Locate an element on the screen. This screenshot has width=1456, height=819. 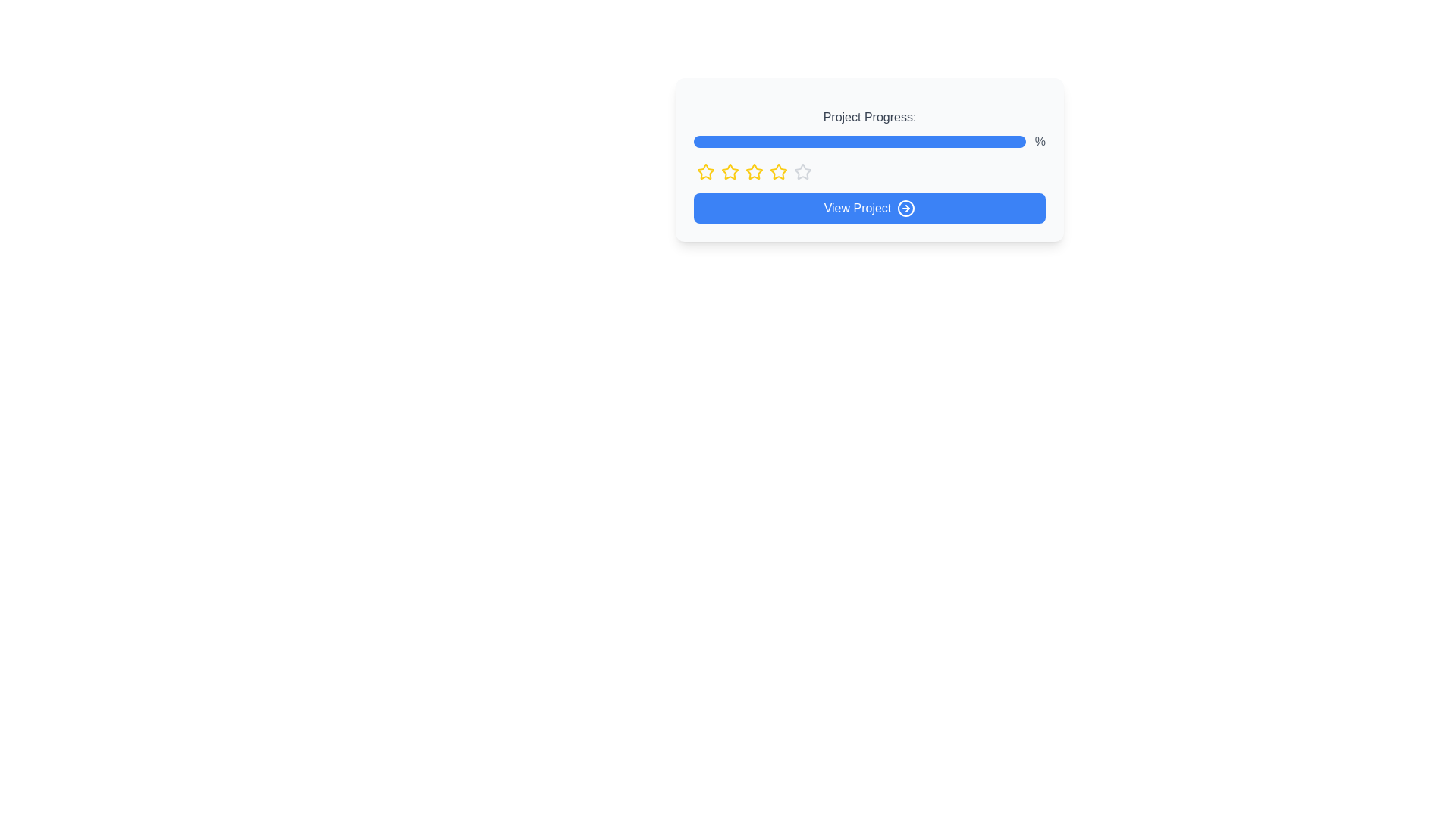
the third yellow star icon in the rating stars to set or change the rating is located at coordinates (754, 171).